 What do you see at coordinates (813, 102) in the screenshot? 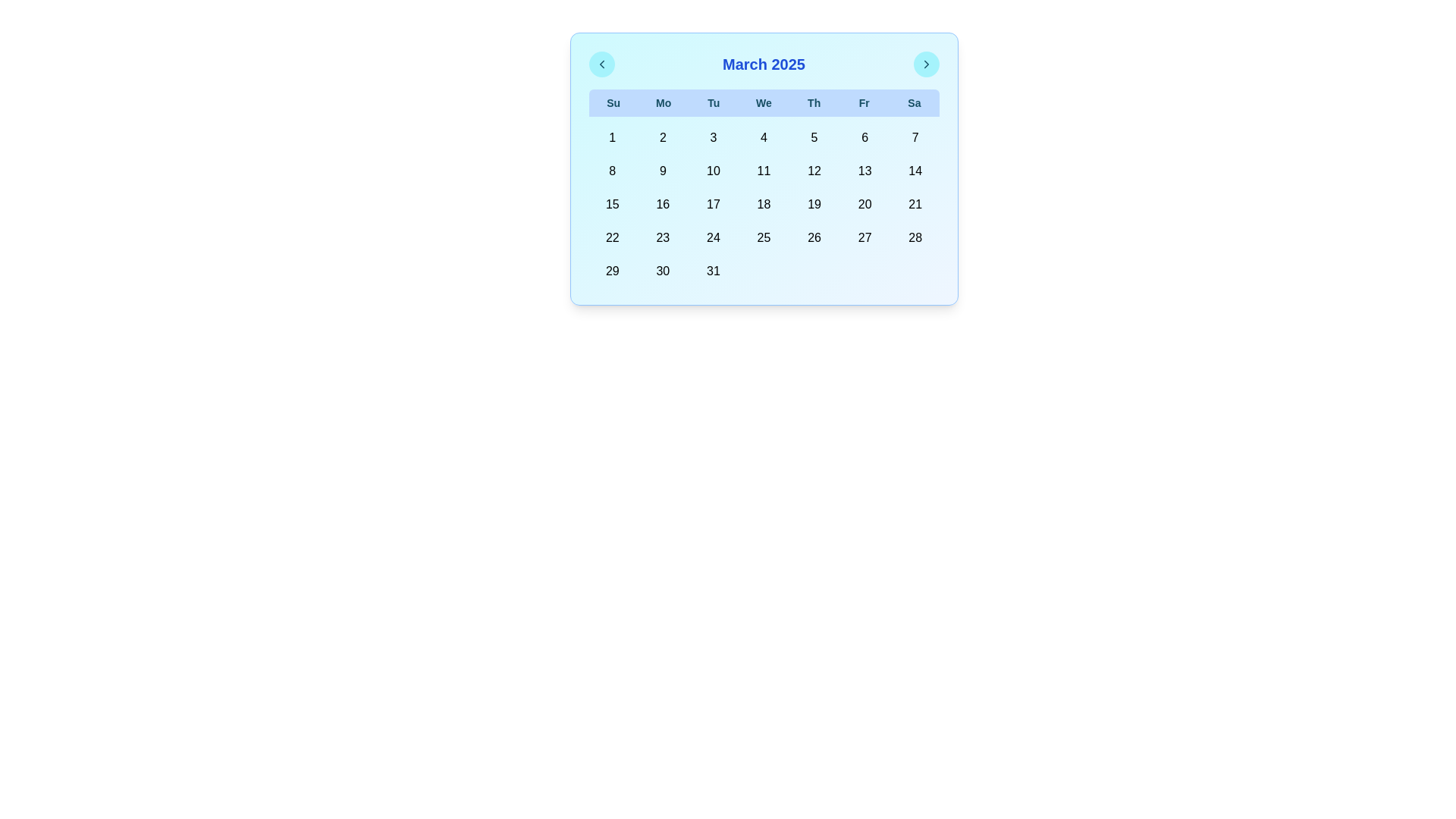
I see `the text label displaying 'Th' (Thursday) in a calendar interface, which is styled with cyan color and bold font, located in the fifth cell of the week grid under the header 'March 2025'` at bounding box center [813, 102].